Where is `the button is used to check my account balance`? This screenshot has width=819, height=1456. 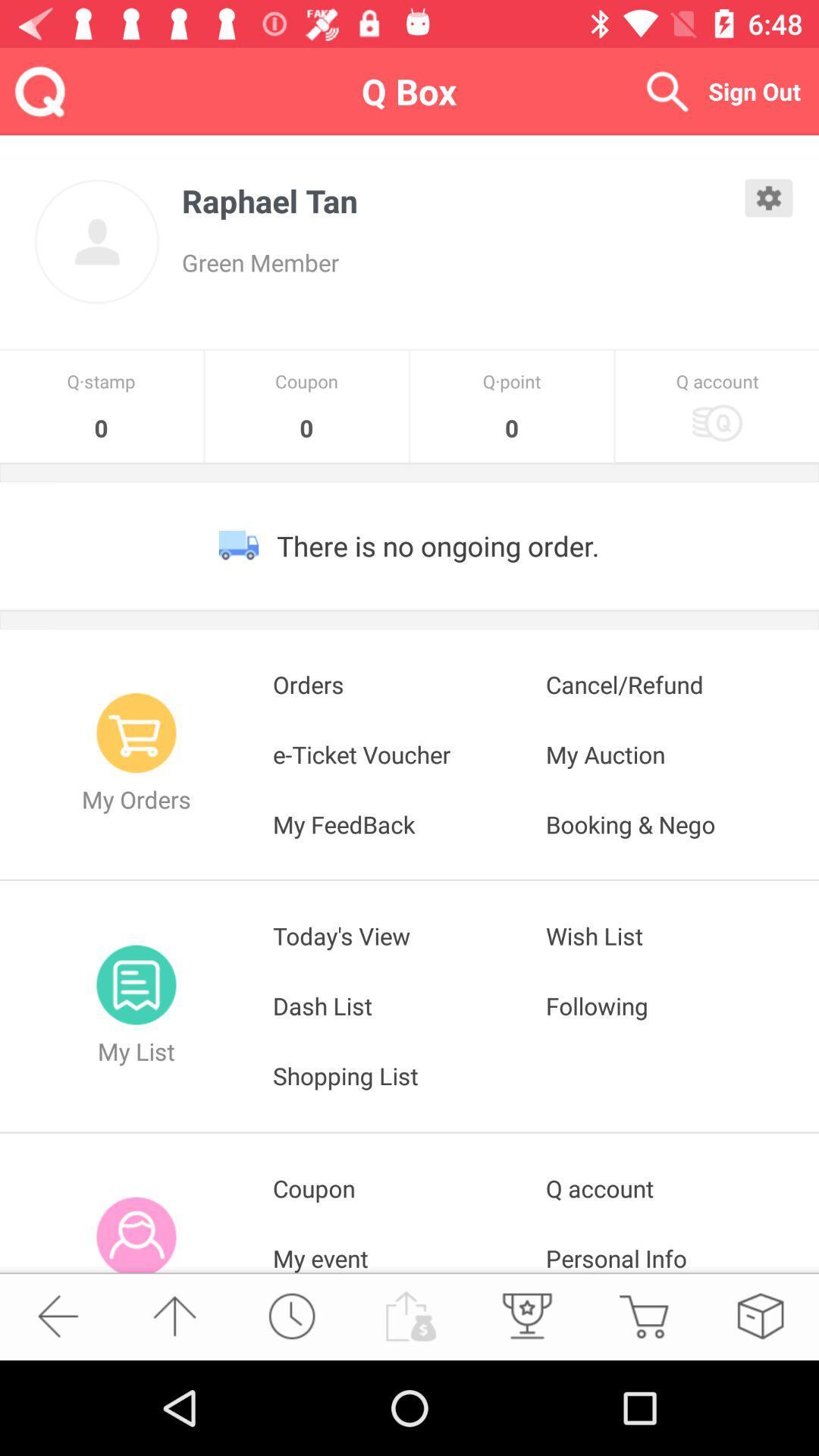
the button is used to check my account balance is located at coordinates (408, 1315).